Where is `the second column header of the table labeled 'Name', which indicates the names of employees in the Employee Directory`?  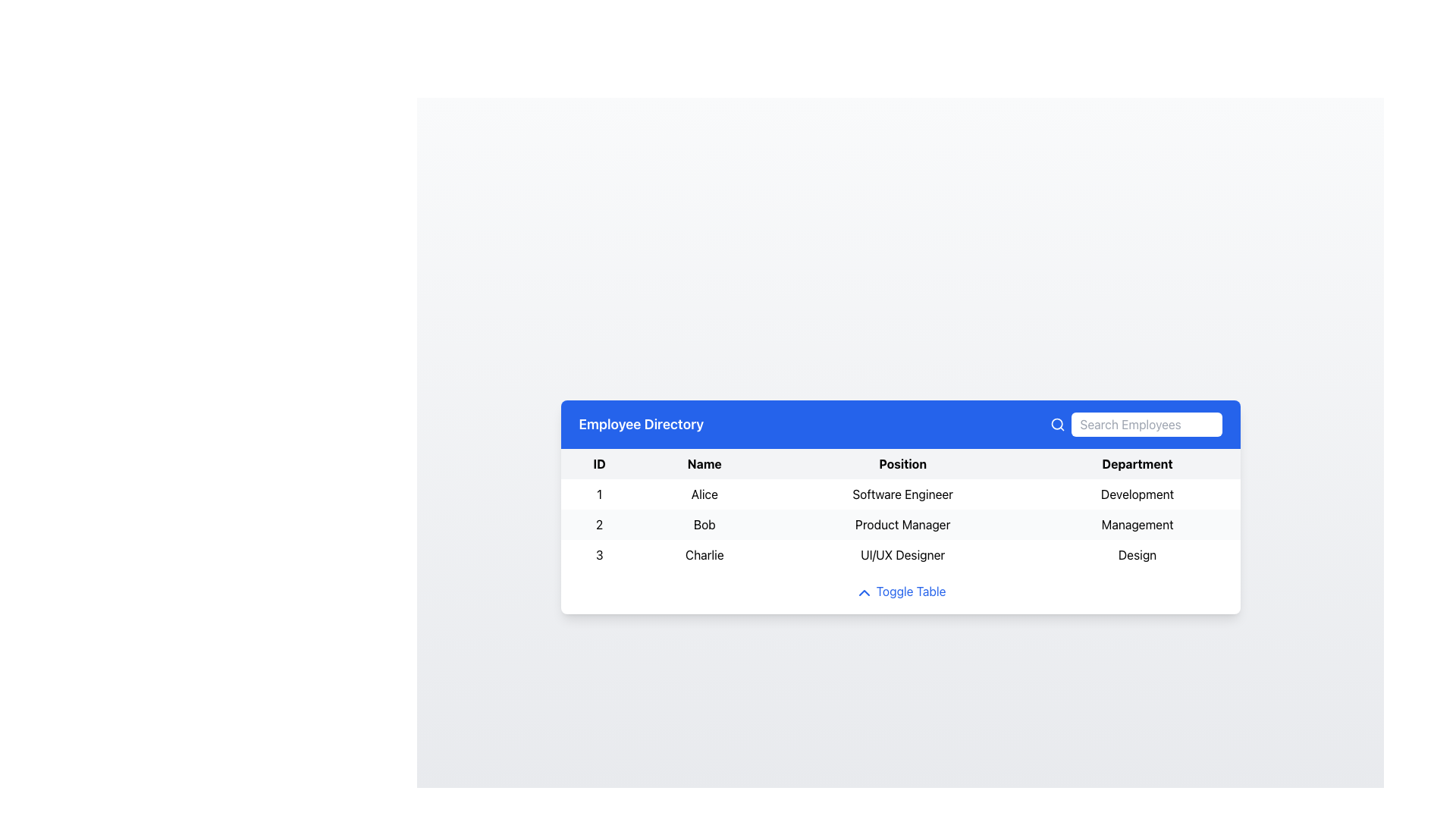
the second column header of the table labeled 'Name', which indicates the names of employees in the Employee Directory is located at coordinates (704, 463).